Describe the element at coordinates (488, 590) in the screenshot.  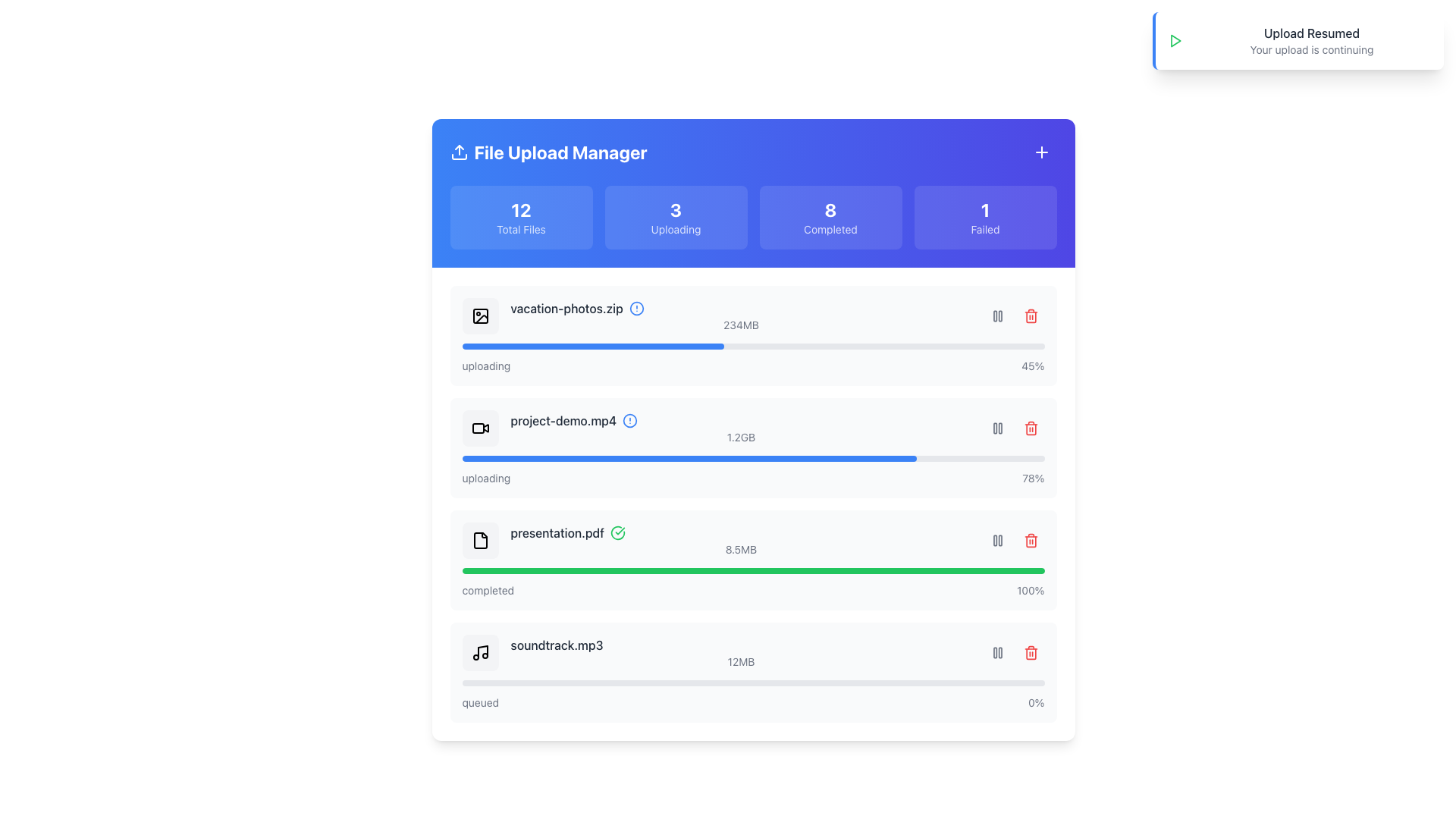
I see `the 'completed' label, which is a light gray textual label indicating the status of the 'presentation.pdf' file upload, located below the progress bar and adjacent to a green completion bar` at that location.